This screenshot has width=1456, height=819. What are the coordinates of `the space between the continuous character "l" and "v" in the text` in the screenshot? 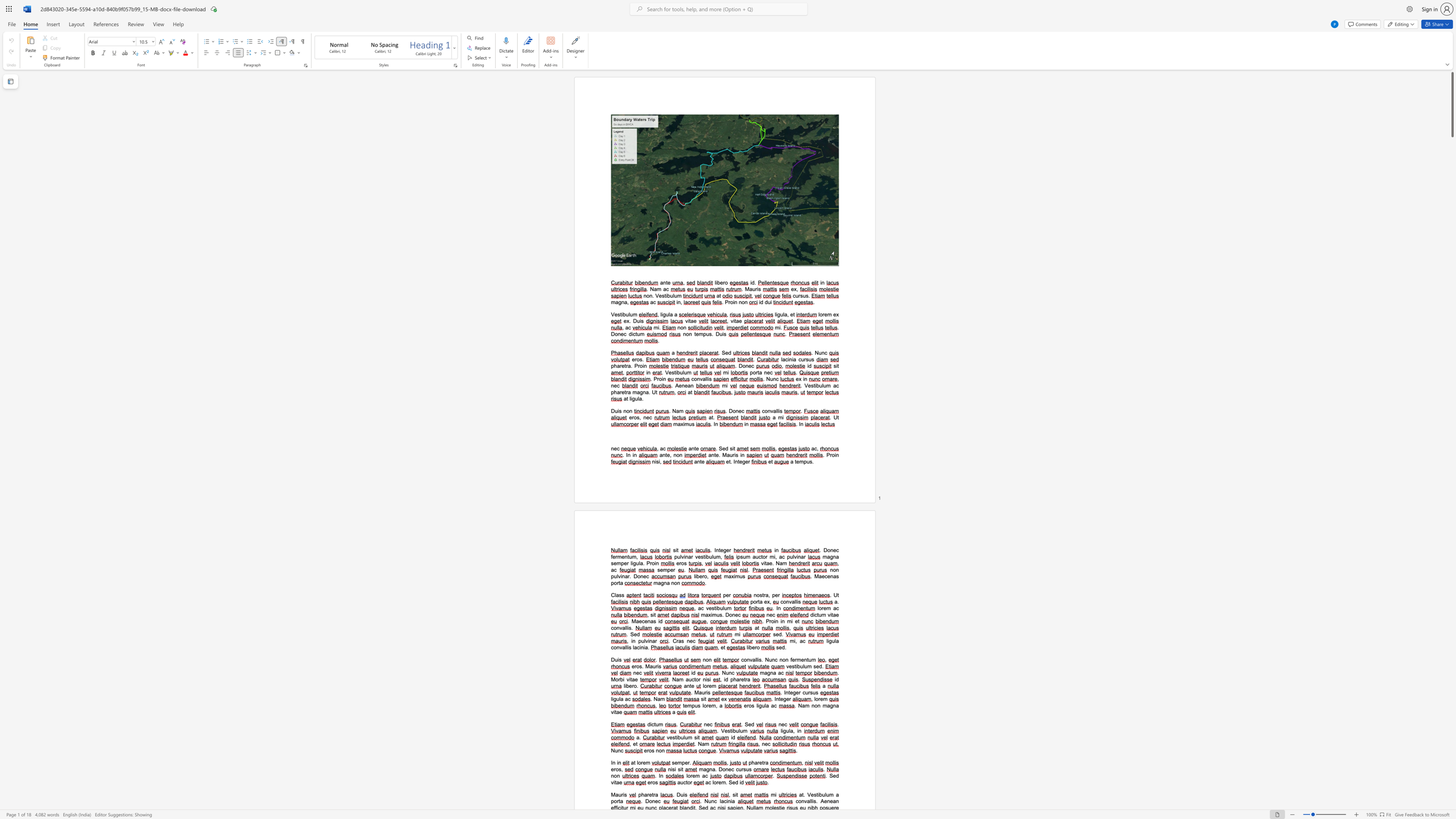 It's located at (645, 640).